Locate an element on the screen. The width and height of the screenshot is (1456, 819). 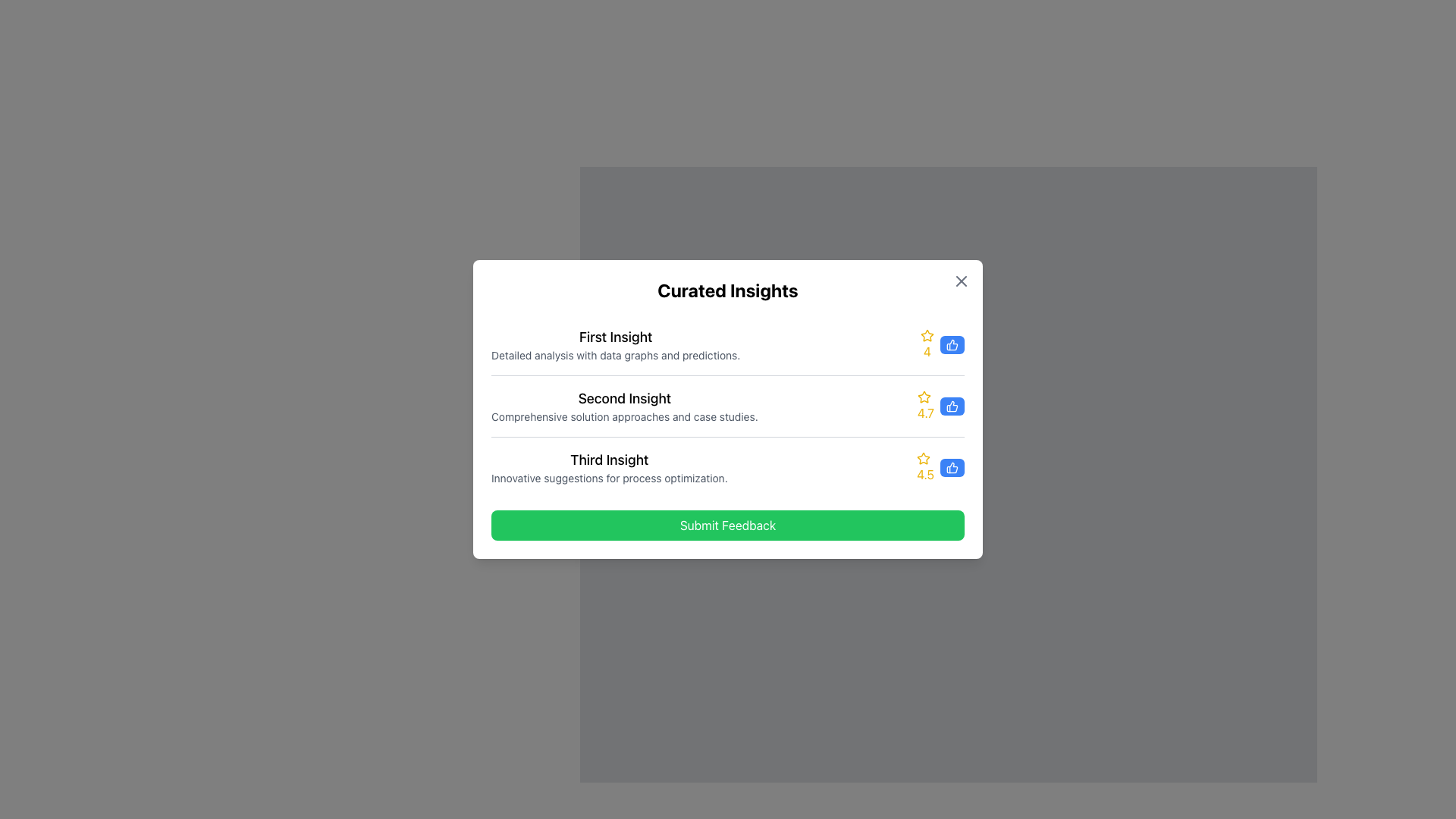
the rating icon for the 'Third Insight' located in the third list item of the 'Curated Insights' modal, which displays a rating of '4.5' is located at coordinates (923, 458).